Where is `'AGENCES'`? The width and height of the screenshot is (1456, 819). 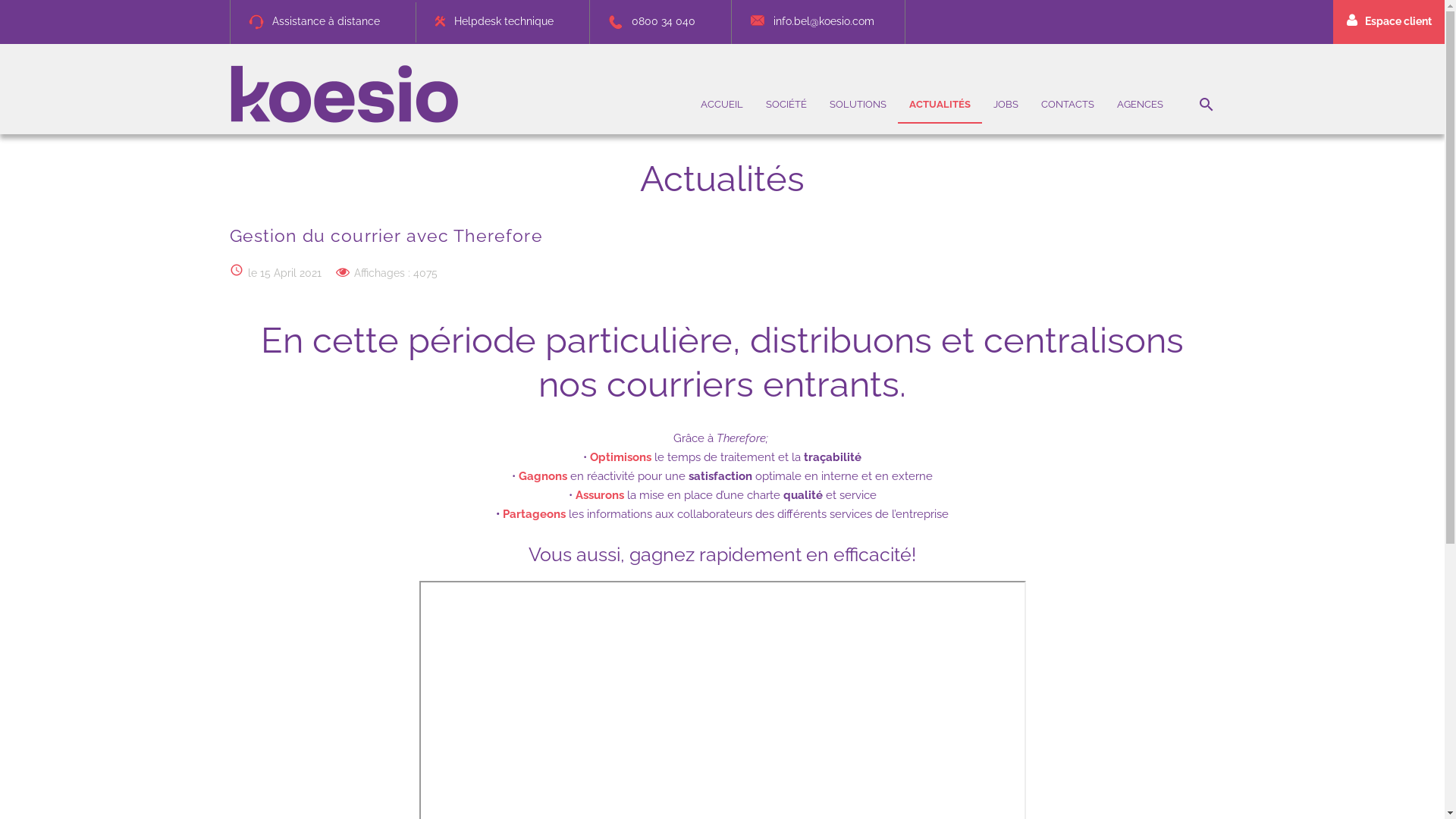
'AGENCES' is located at coordinates (1106, 104).